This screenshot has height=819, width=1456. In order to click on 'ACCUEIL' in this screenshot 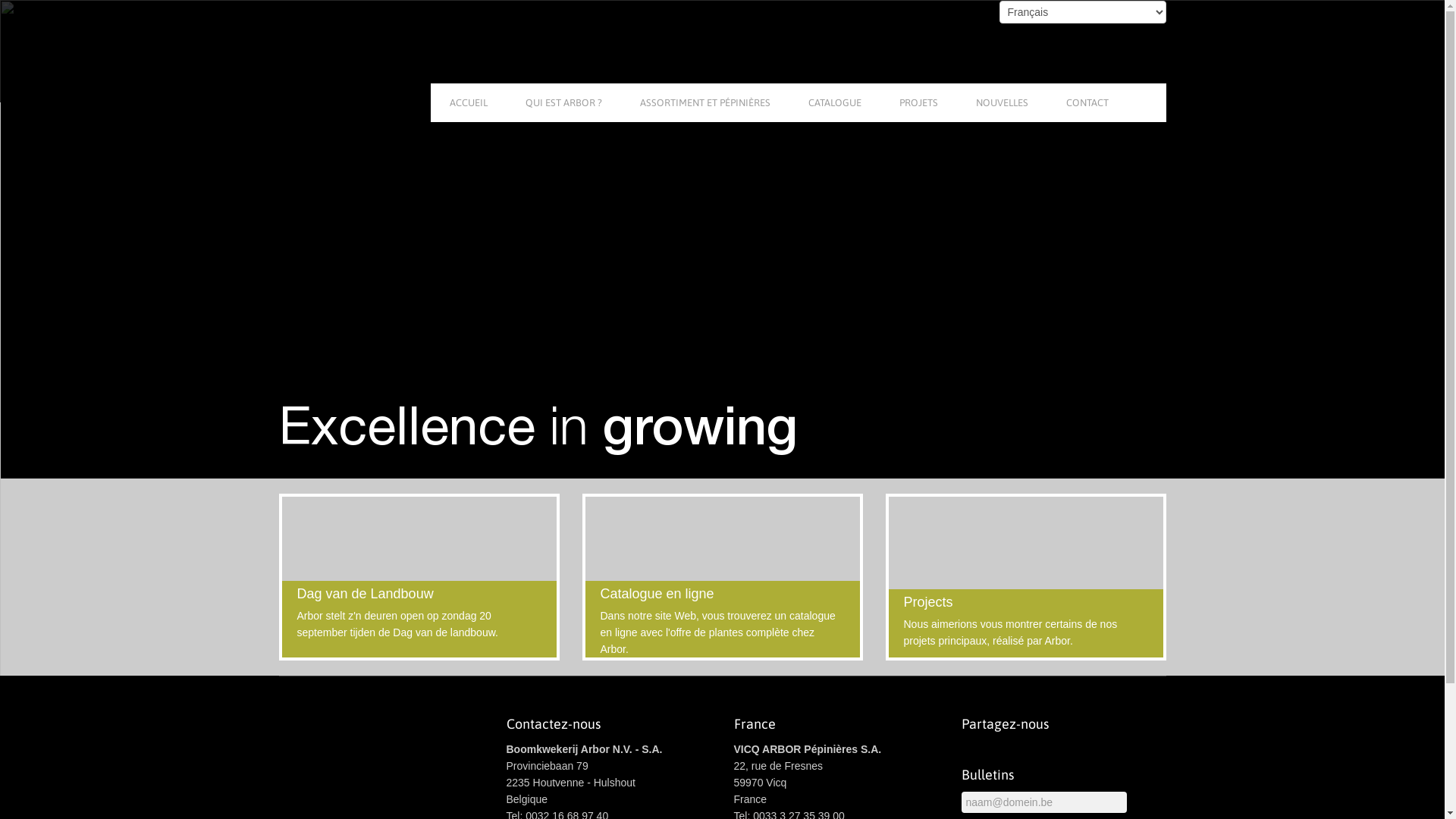, I will do `click(468, 102)`.